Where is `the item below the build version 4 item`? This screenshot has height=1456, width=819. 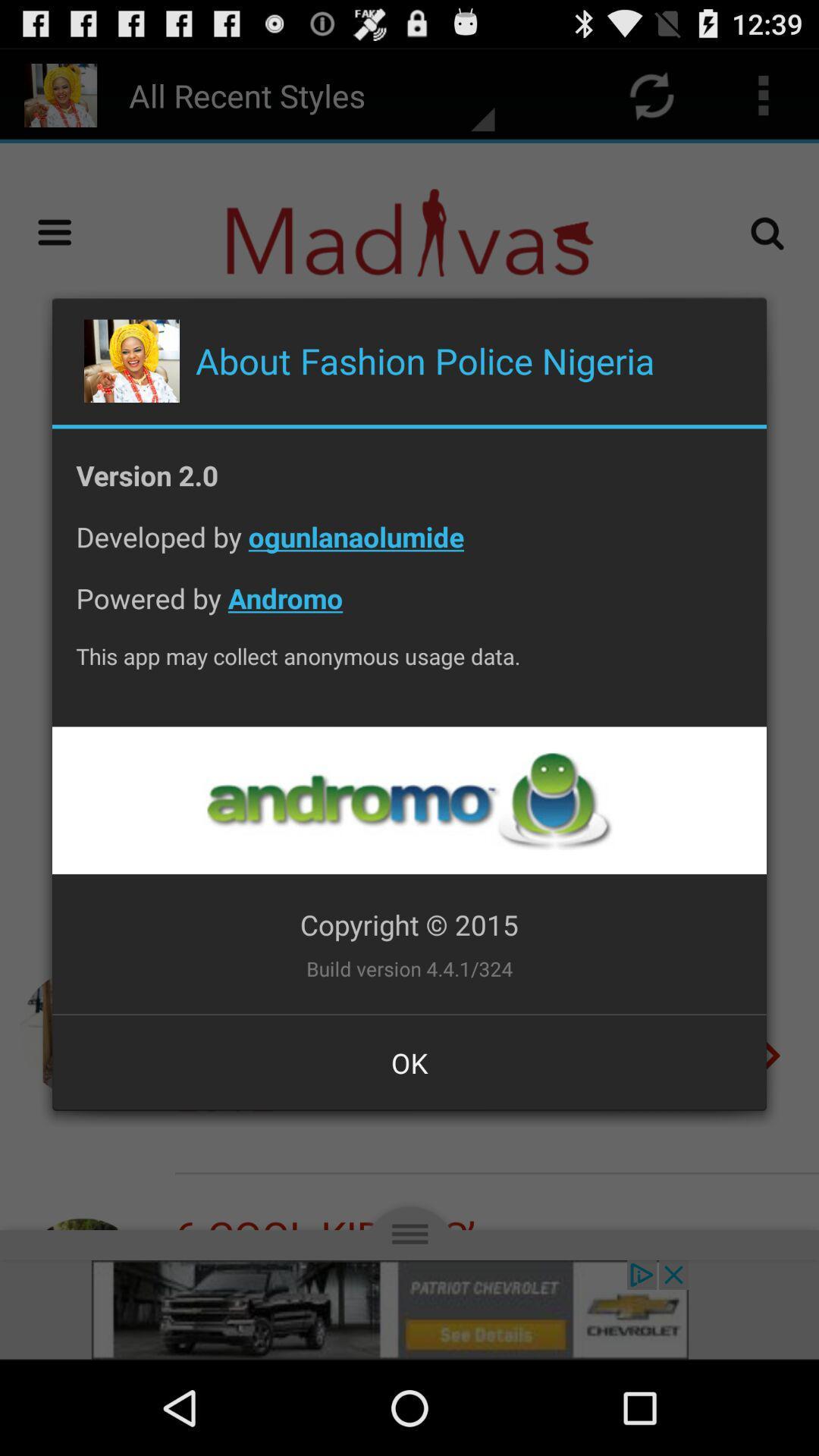 the item below the build version 4 item is located at coordinates (409, 1062).